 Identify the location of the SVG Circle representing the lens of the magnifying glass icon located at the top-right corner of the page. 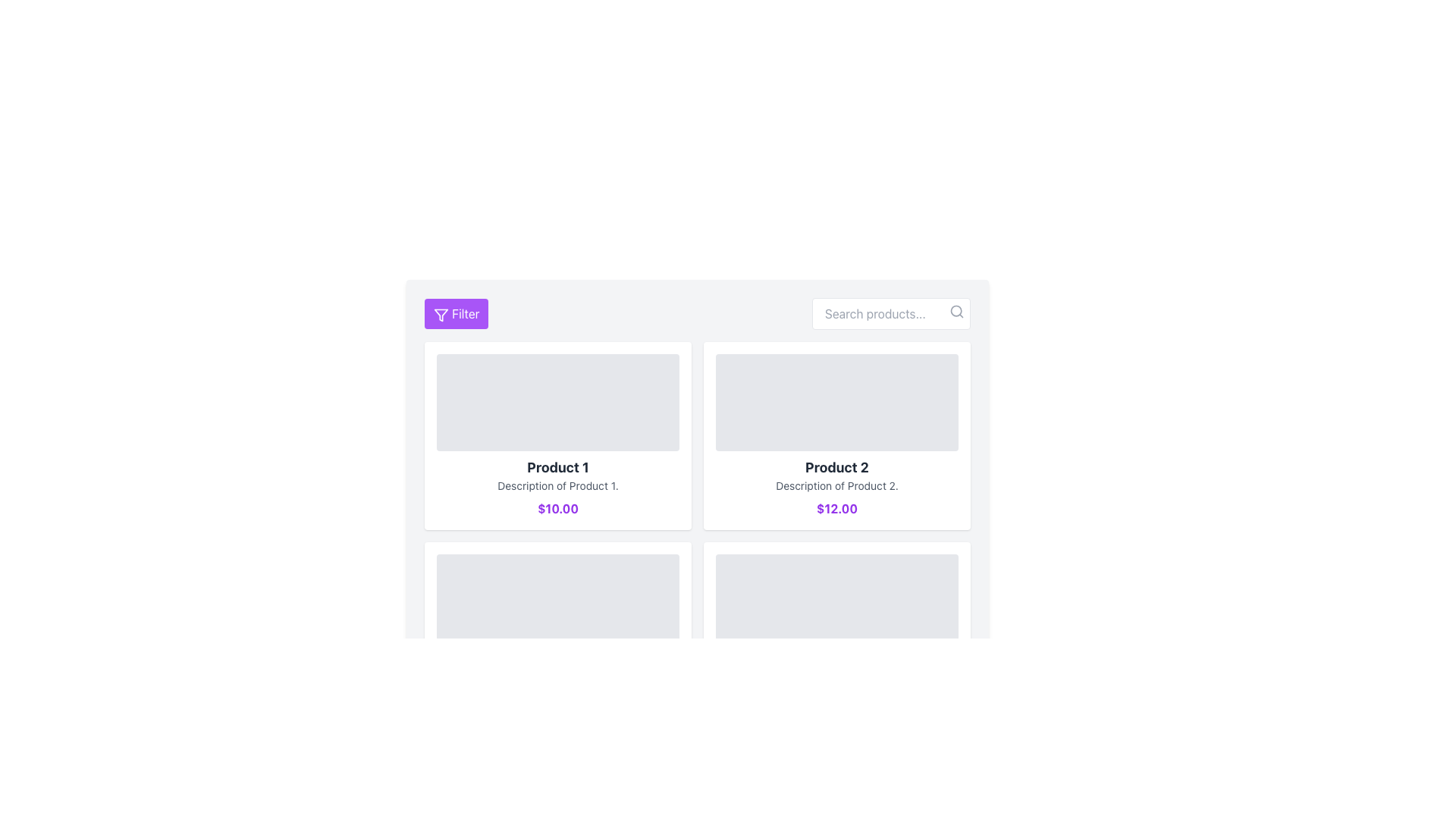
(955, 310).